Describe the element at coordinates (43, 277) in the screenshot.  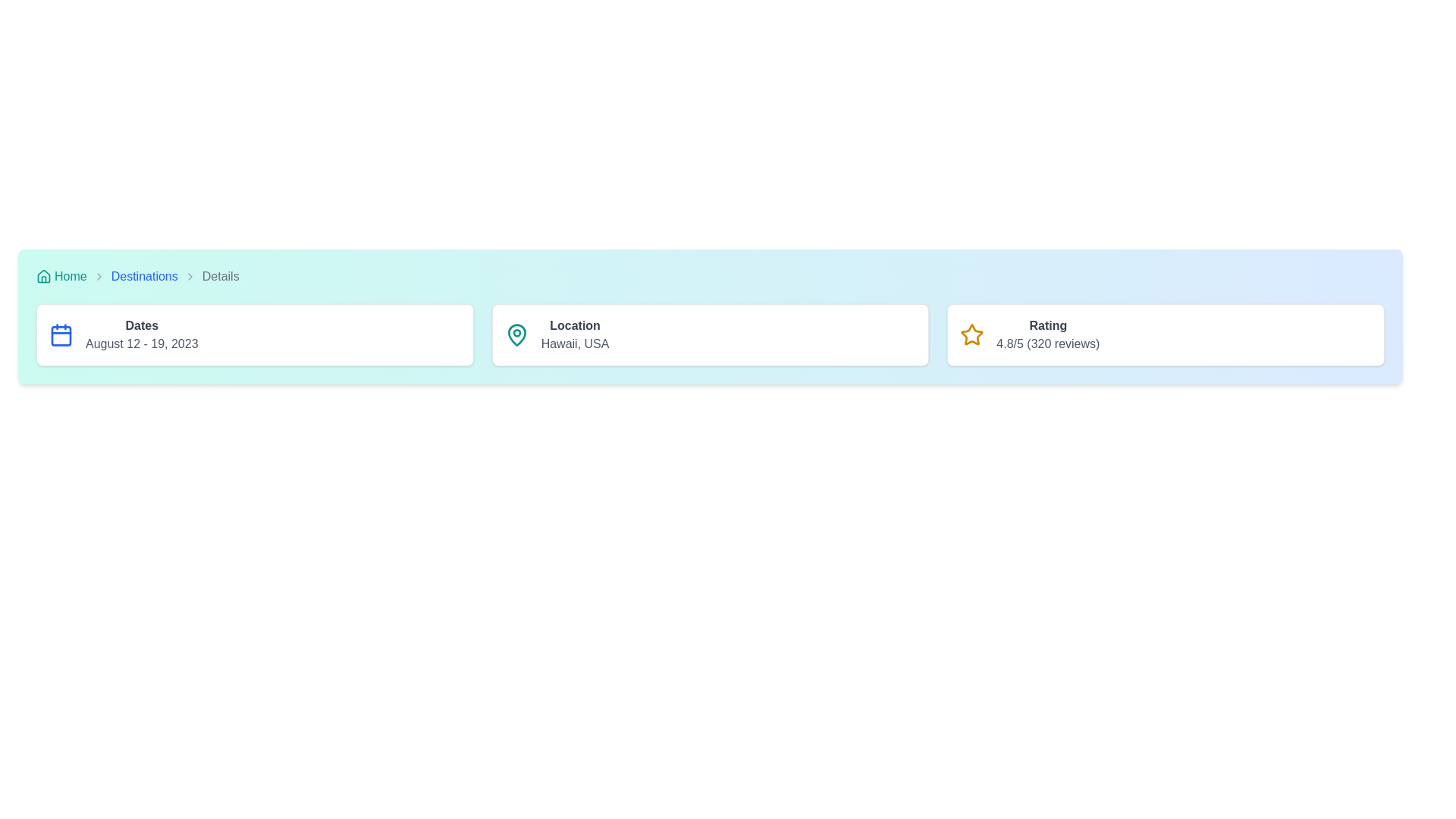
I see `the stylized house icon, which is a minimalist outline design filled with teal color, located to the left of the text 'Home' in the navigation bar` at that location.